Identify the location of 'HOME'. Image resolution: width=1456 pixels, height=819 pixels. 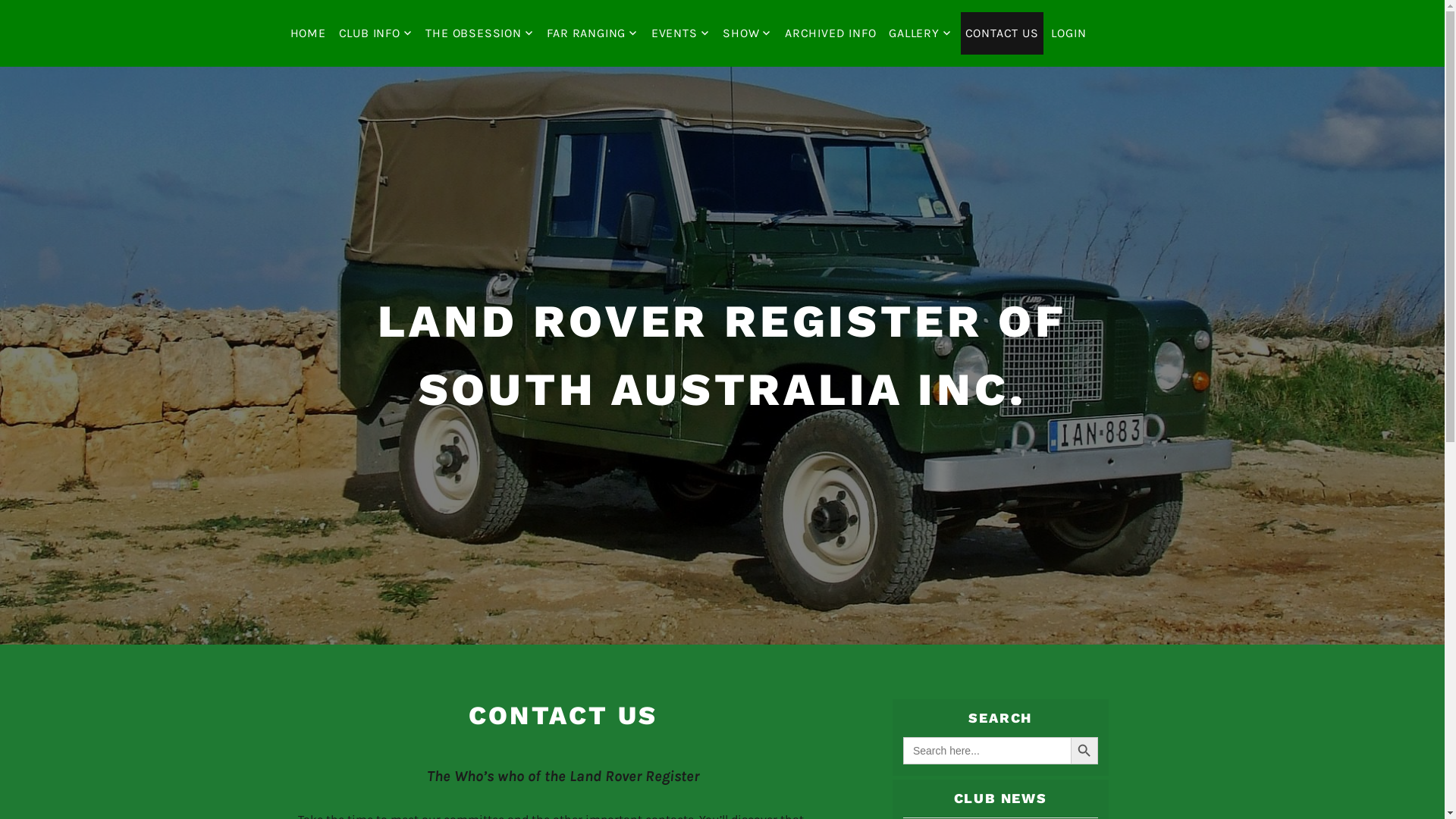
(306, 33).